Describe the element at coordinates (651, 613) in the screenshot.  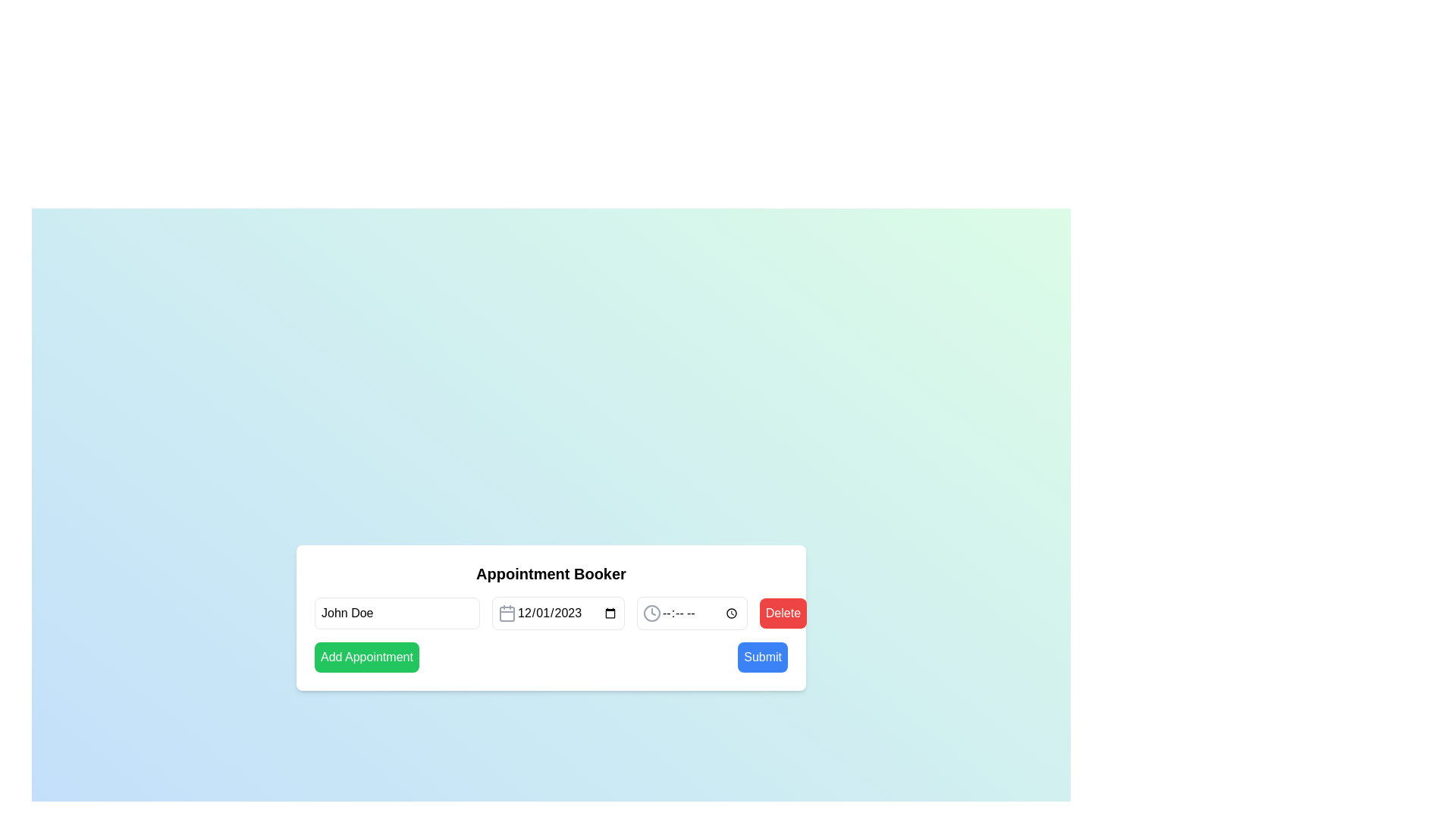
I see `the SVG circle graphic, which is a minimalistic clock icon located near the time selection field in the interface` at that location.